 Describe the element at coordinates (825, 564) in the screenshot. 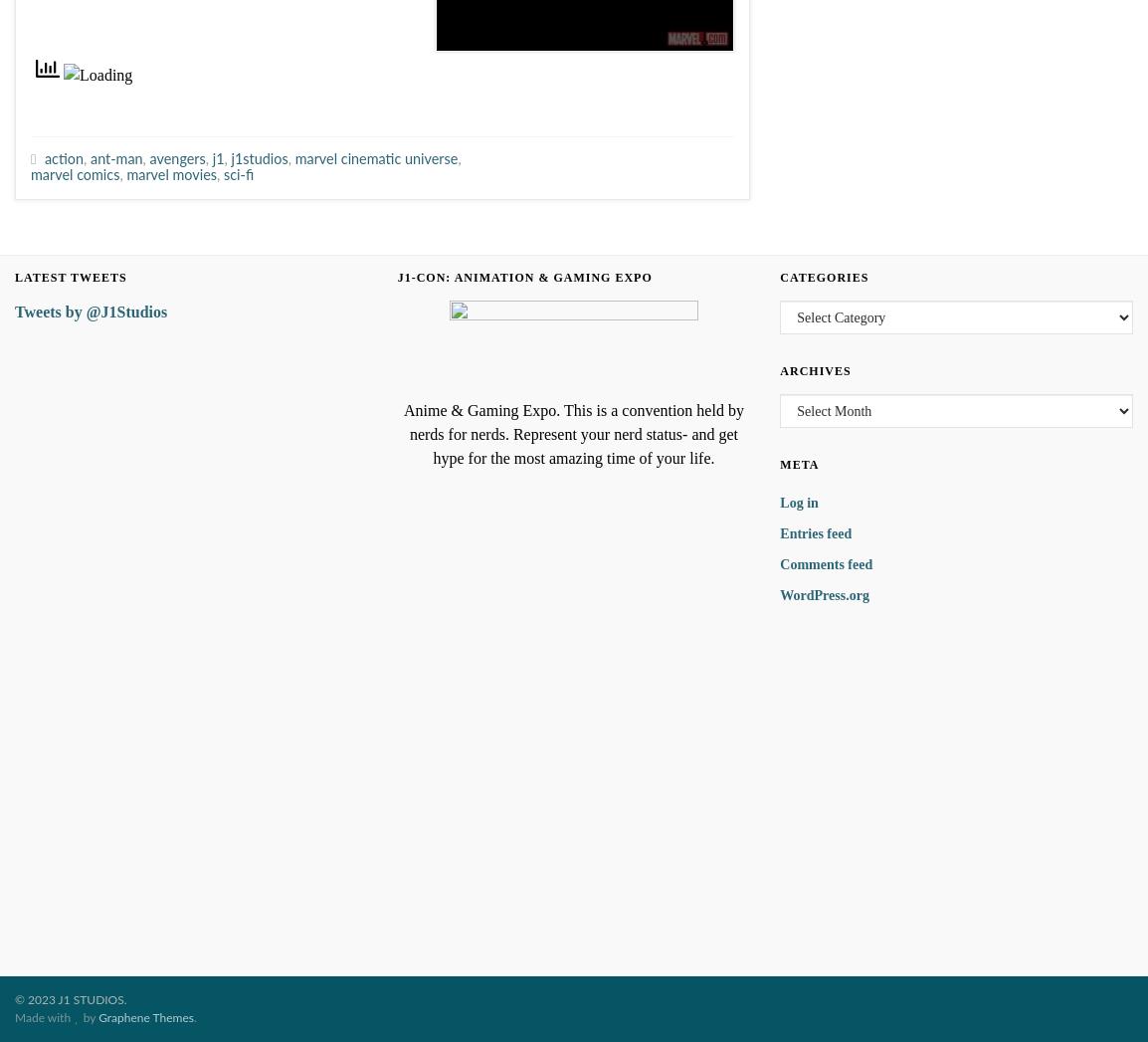

I see `'Comments feed'` at that location.